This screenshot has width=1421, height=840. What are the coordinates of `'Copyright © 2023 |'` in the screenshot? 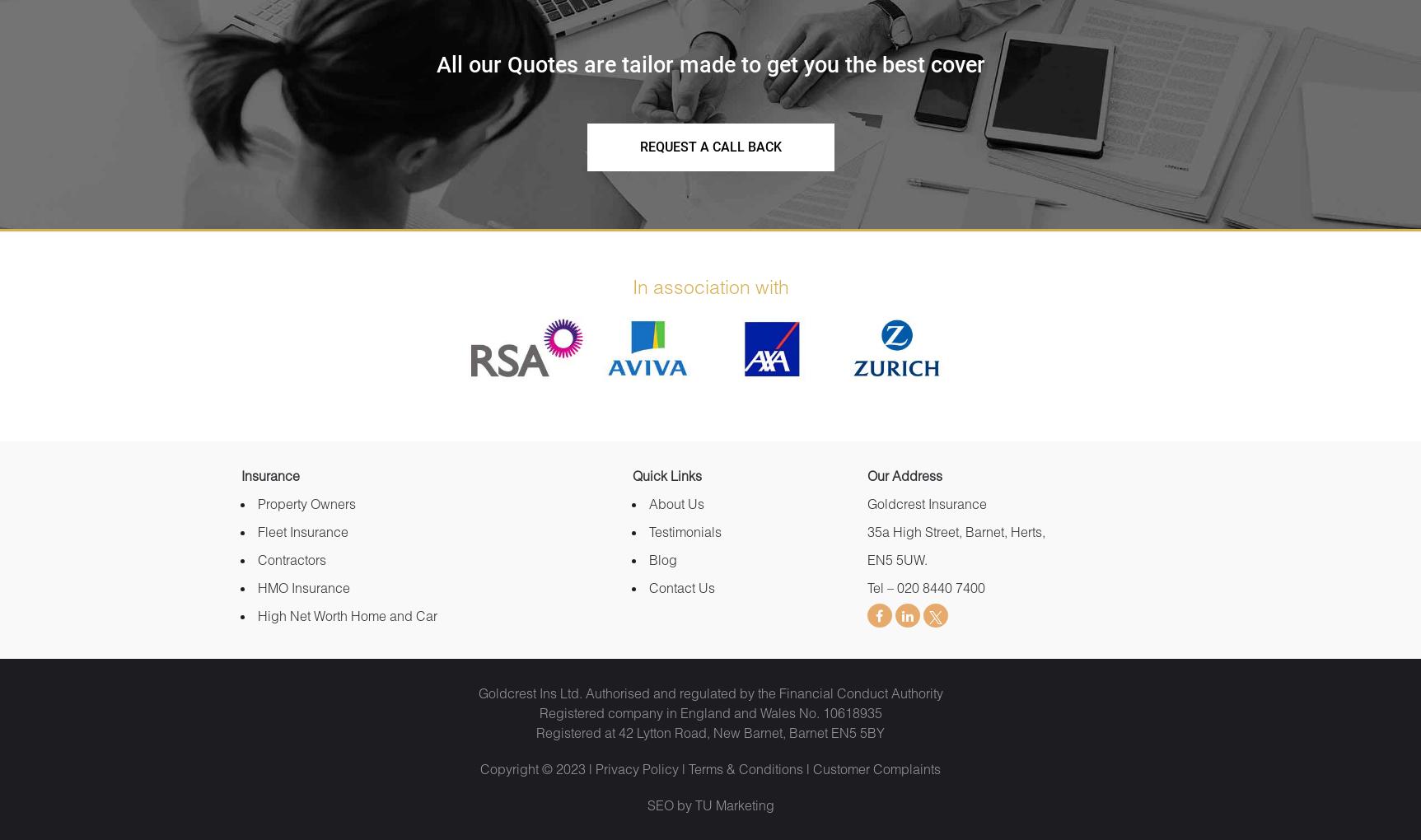 It's located at (538, 768).